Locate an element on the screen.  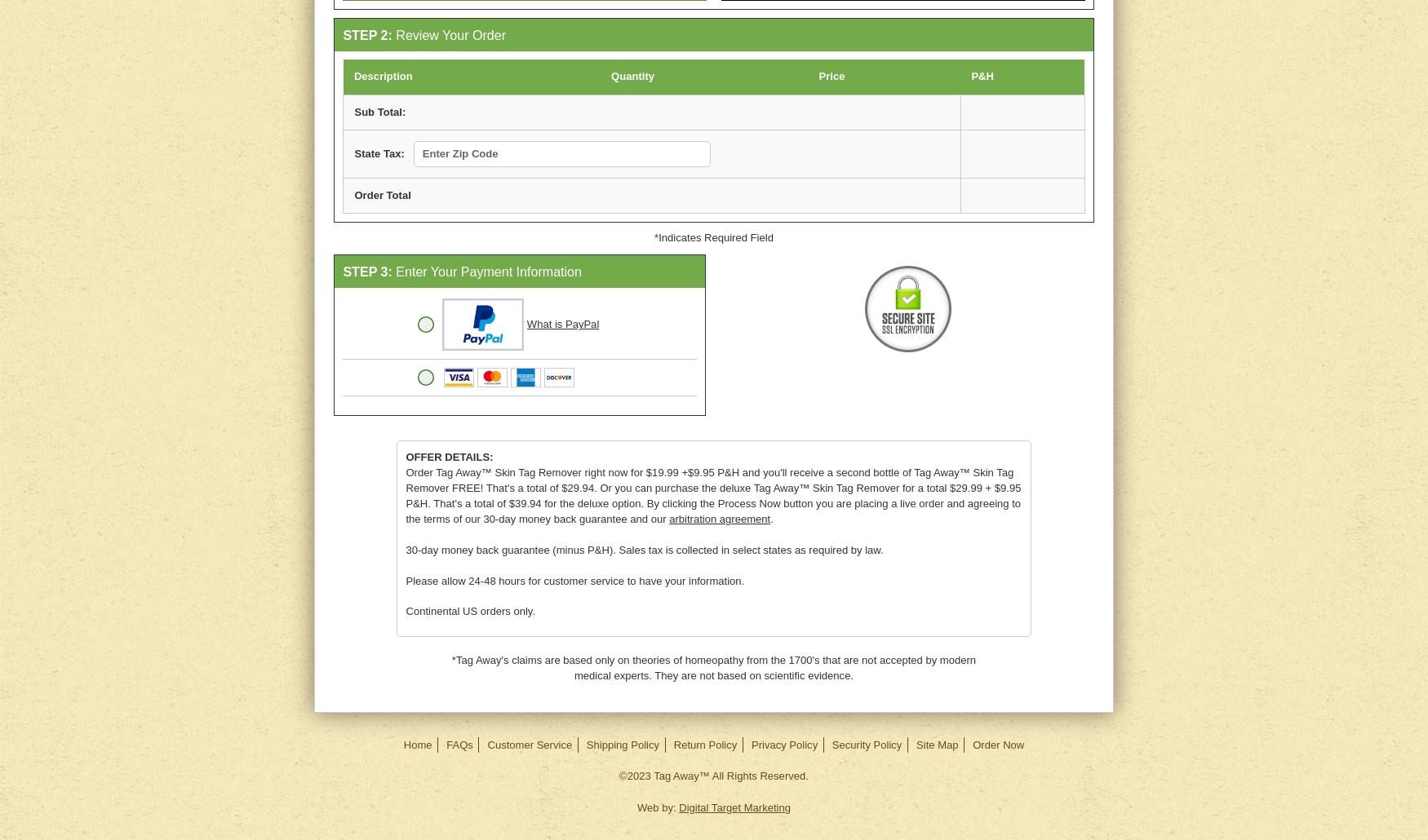
'Sub Total:' is located at coordinates (353, 110).